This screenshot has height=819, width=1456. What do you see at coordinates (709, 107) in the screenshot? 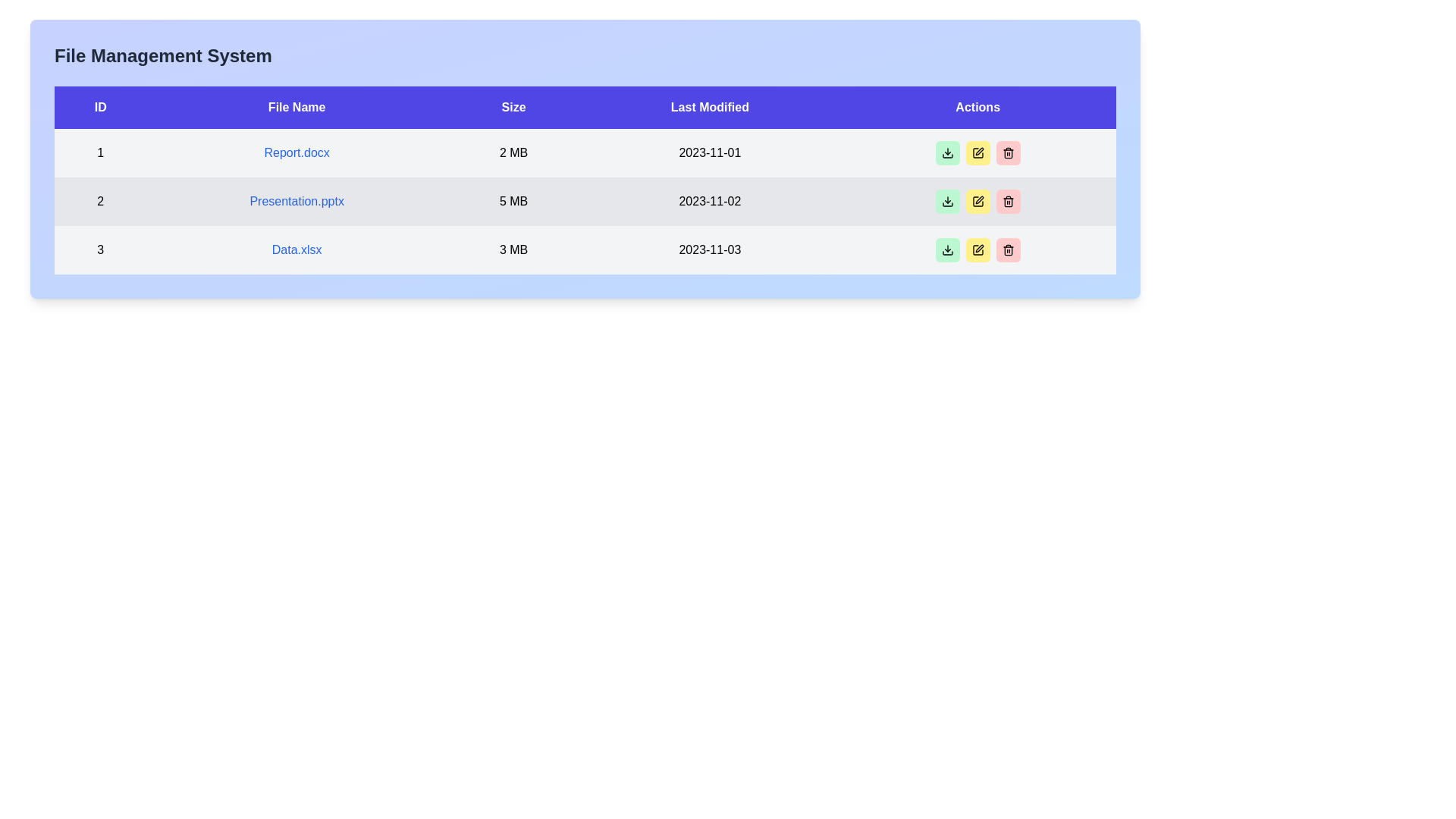
I see `the text label reading 'Last Modified' which is displayed in white against a solid purple background, located in the fourth column of the table header` at bounding box center [709, 107].